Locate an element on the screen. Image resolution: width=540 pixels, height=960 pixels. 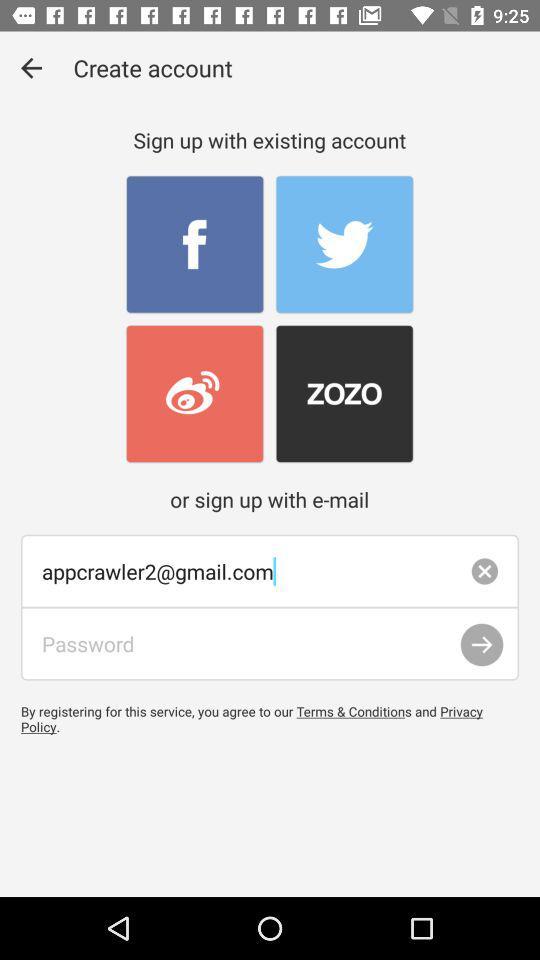
go back is located at coordinates (30, 68).